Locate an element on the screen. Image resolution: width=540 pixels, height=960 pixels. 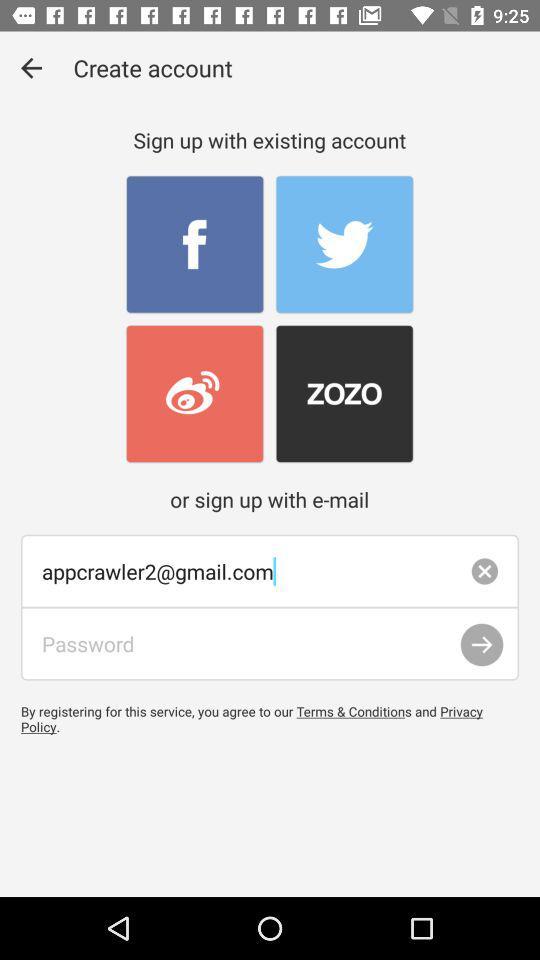
go back is located at coordinates (30, 68).